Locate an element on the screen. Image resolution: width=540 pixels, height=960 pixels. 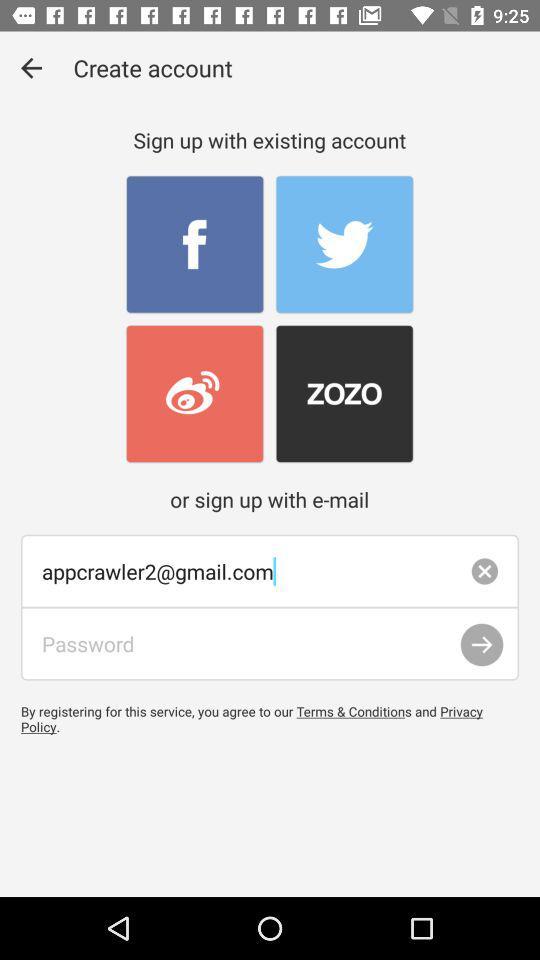
go back is located at coordinates (30, 68).